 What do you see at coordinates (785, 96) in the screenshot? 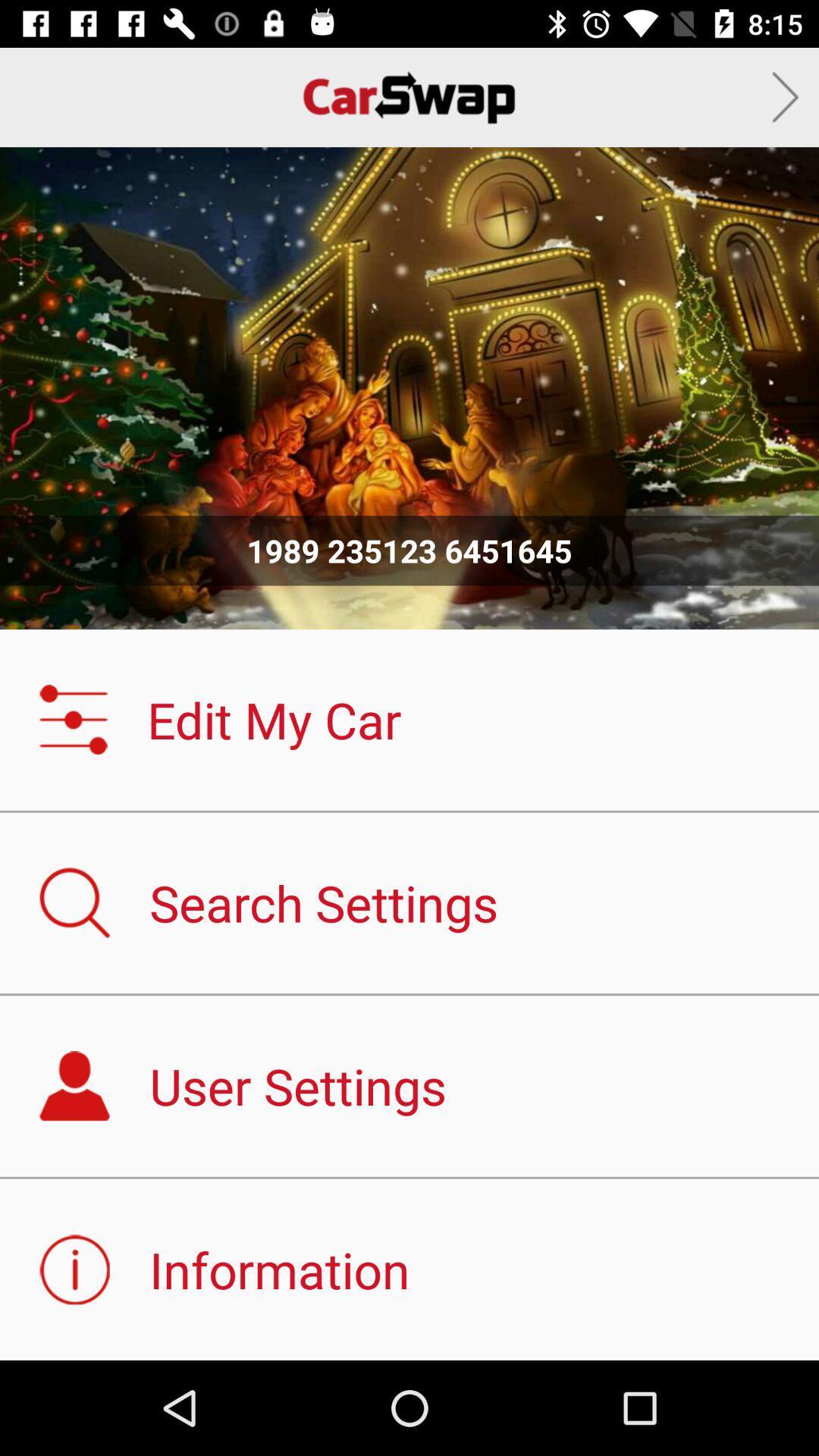
I see `move to next item` at bounding box center [785, 96].